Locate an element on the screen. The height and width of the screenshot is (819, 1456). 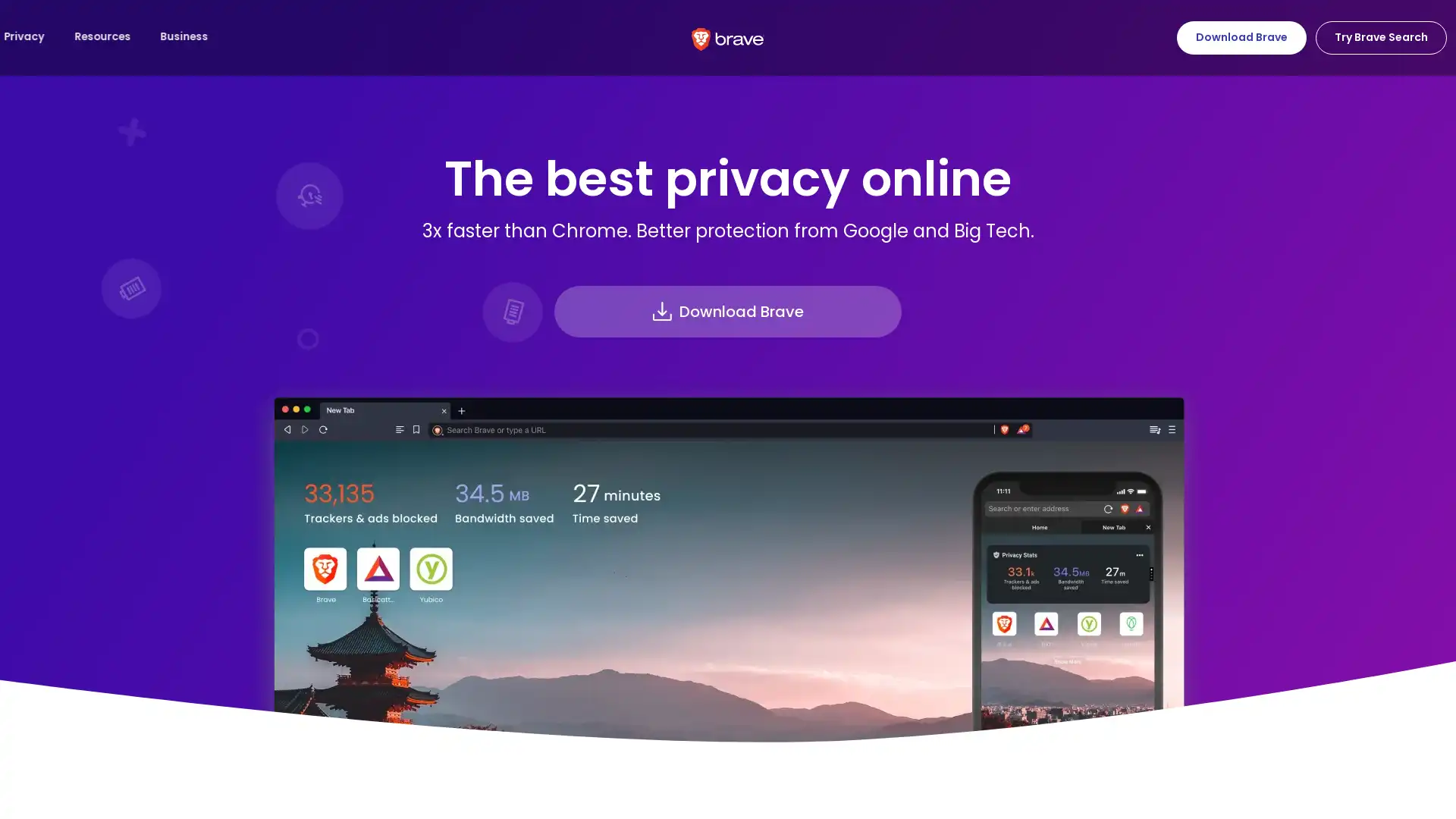
Browser is located at coordinates (45, 36).